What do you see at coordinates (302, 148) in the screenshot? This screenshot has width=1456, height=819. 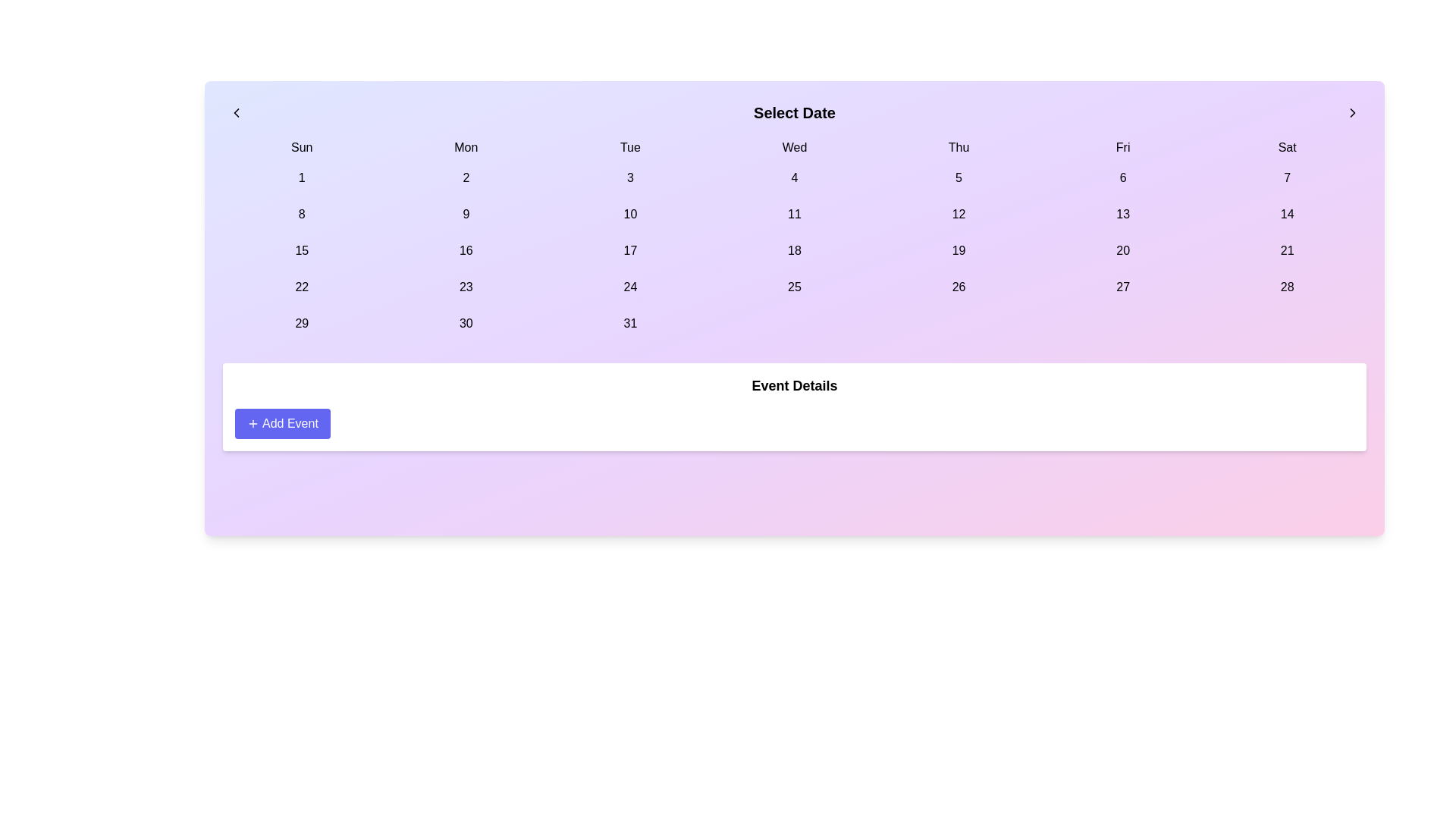 I see `the text label displaying 'Sun', which is the first element in the horizontal list of weekday names` at bounding box center [302, 148].